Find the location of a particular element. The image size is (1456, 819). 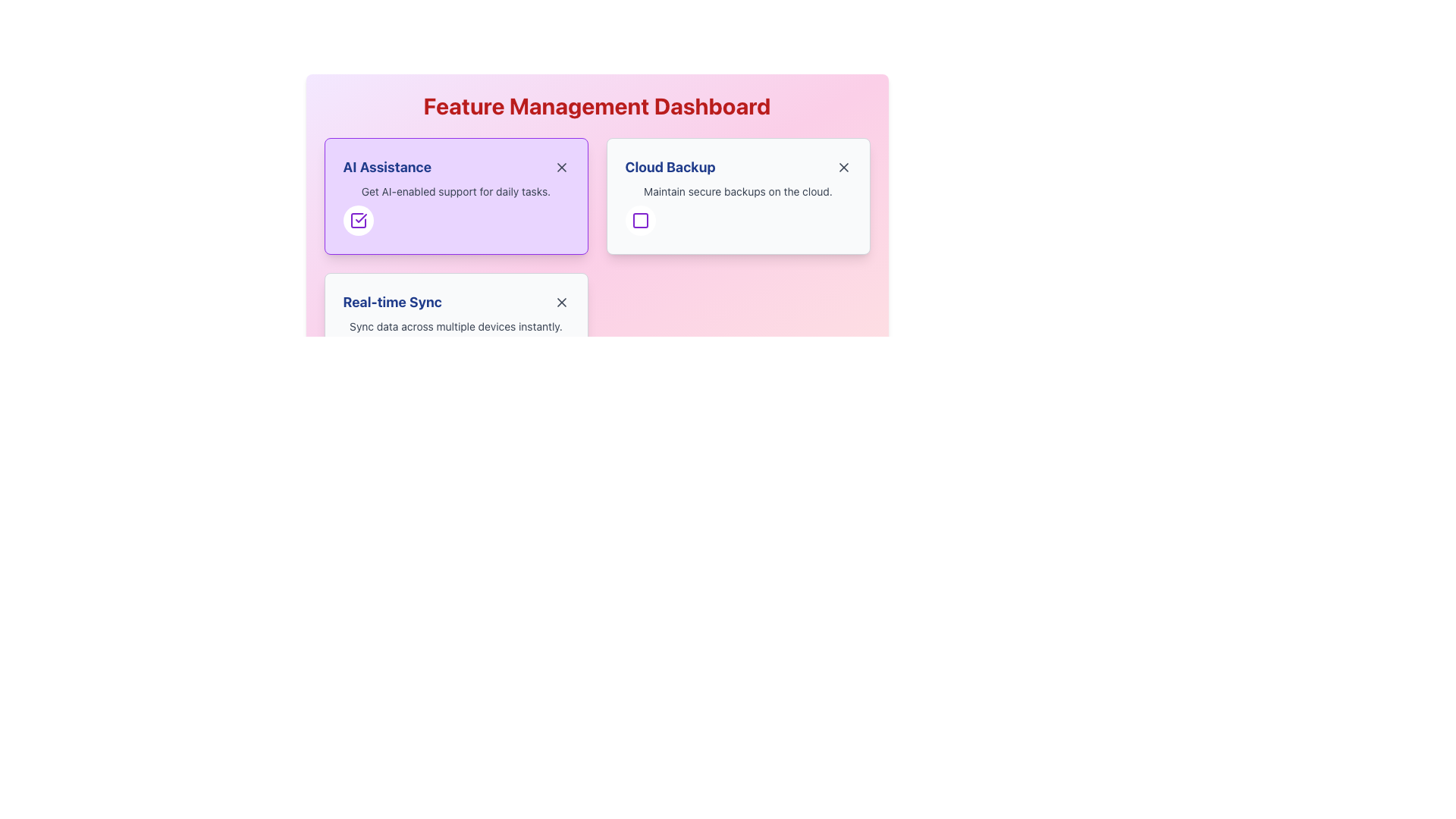

the circular button with a purple check icon located at the bottom-left corner of the informational card labeled 'AI Assistance' is located at coordinates (455, 195).